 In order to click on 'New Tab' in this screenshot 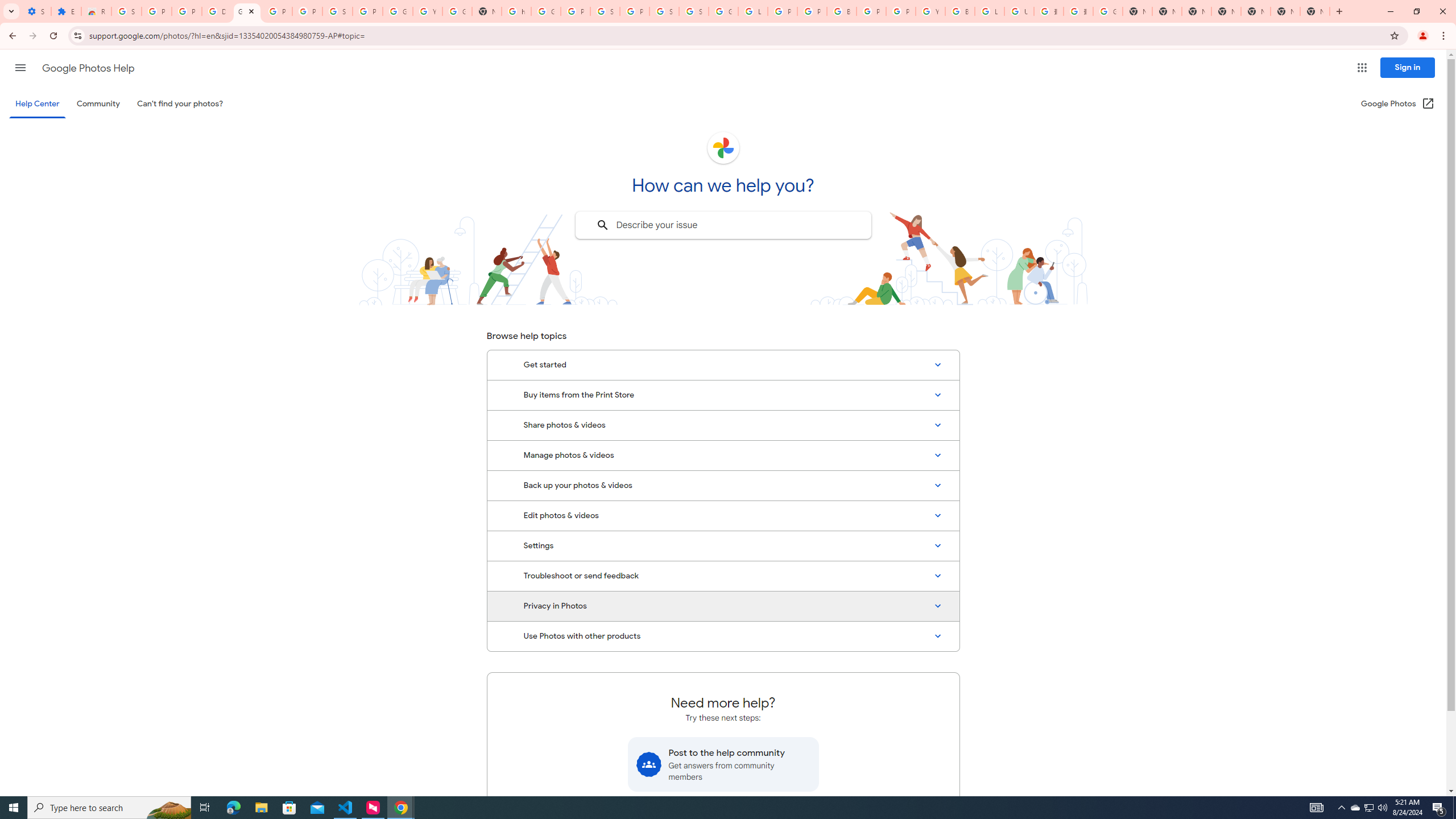, I will do `click(1314, 11)`.